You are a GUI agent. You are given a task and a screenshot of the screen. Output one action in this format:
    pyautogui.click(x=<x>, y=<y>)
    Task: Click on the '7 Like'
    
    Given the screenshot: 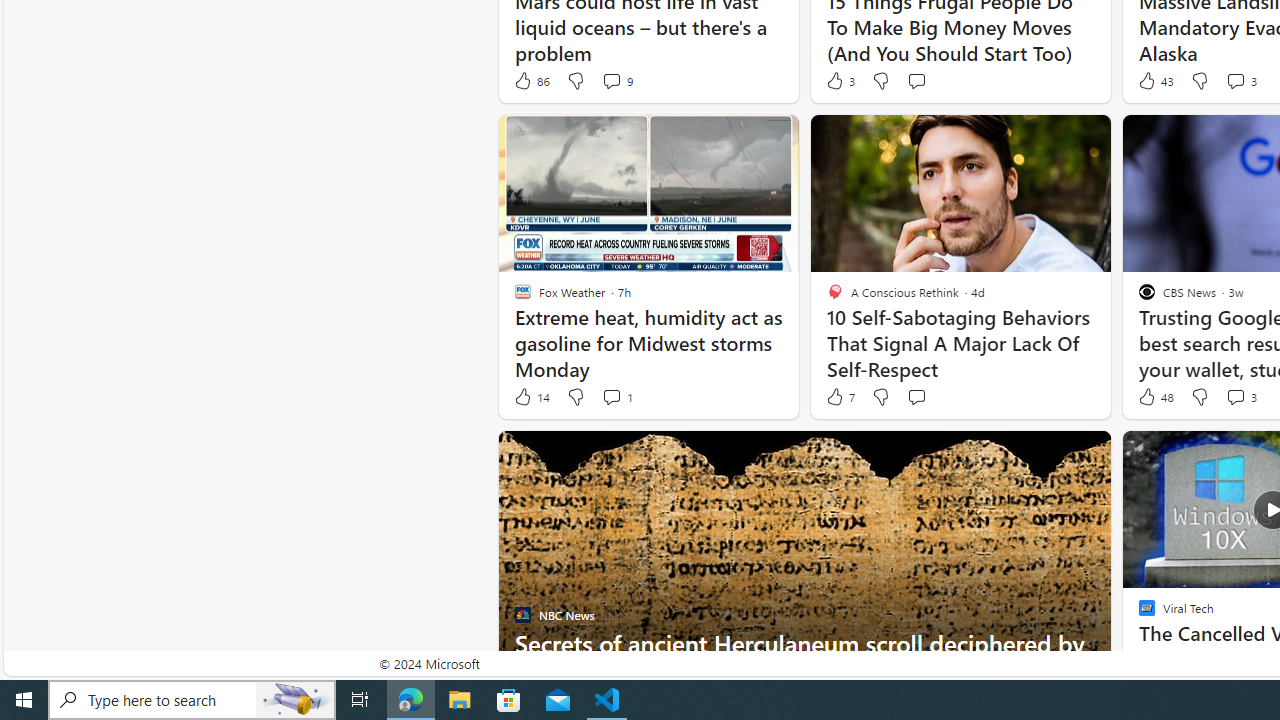 What is the action you would take?
    pyautogui.click(x=839, y=397)
    